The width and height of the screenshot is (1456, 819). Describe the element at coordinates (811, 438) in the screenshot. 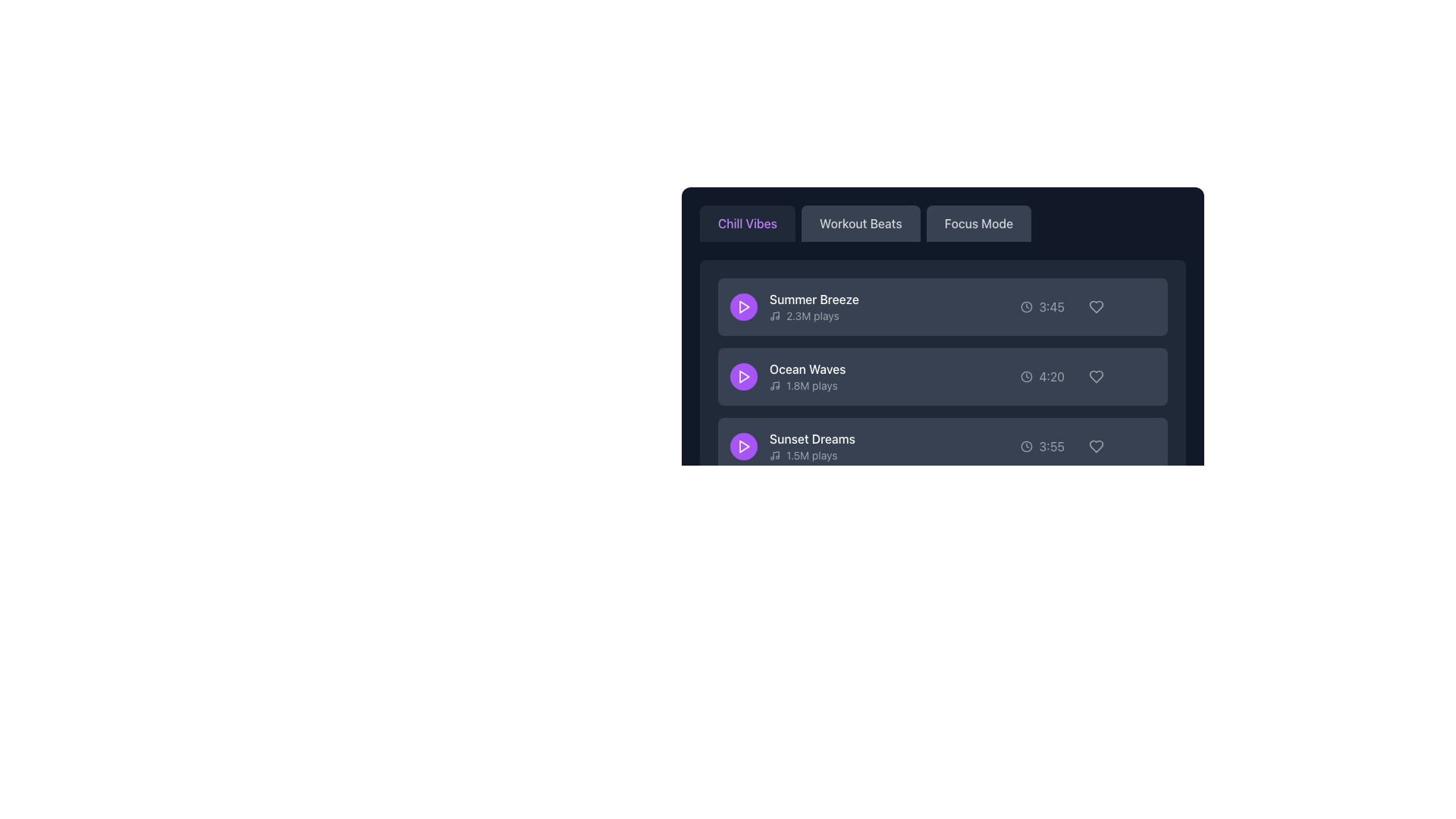

I see `the 'Sunset Dreams' text label, which is styled in white and positioned above the play count '1.5M plays' in the list of tracks` at that location.